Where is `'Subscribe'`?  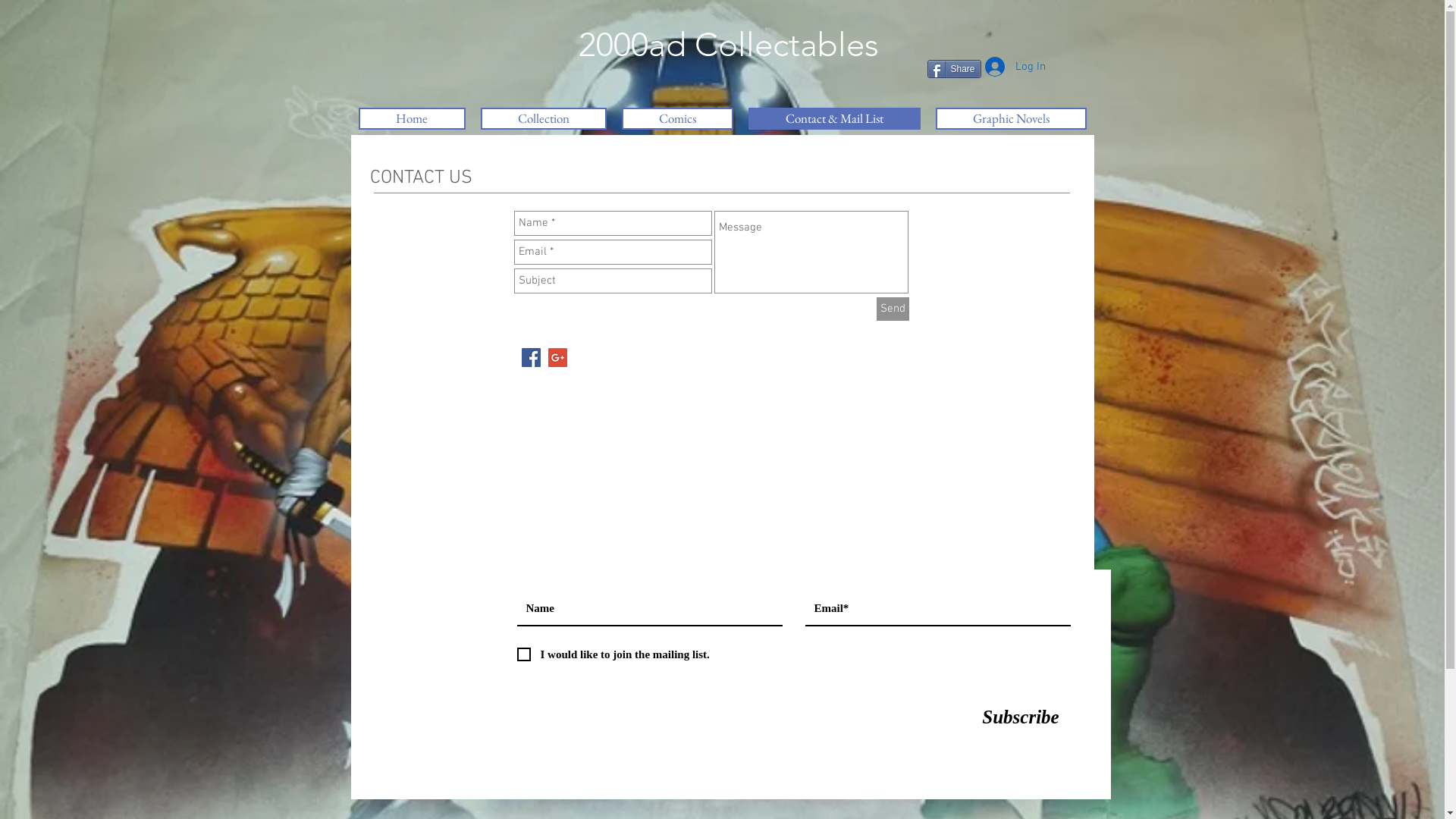 'Subscribe' is located at coordinates (1021, 717).